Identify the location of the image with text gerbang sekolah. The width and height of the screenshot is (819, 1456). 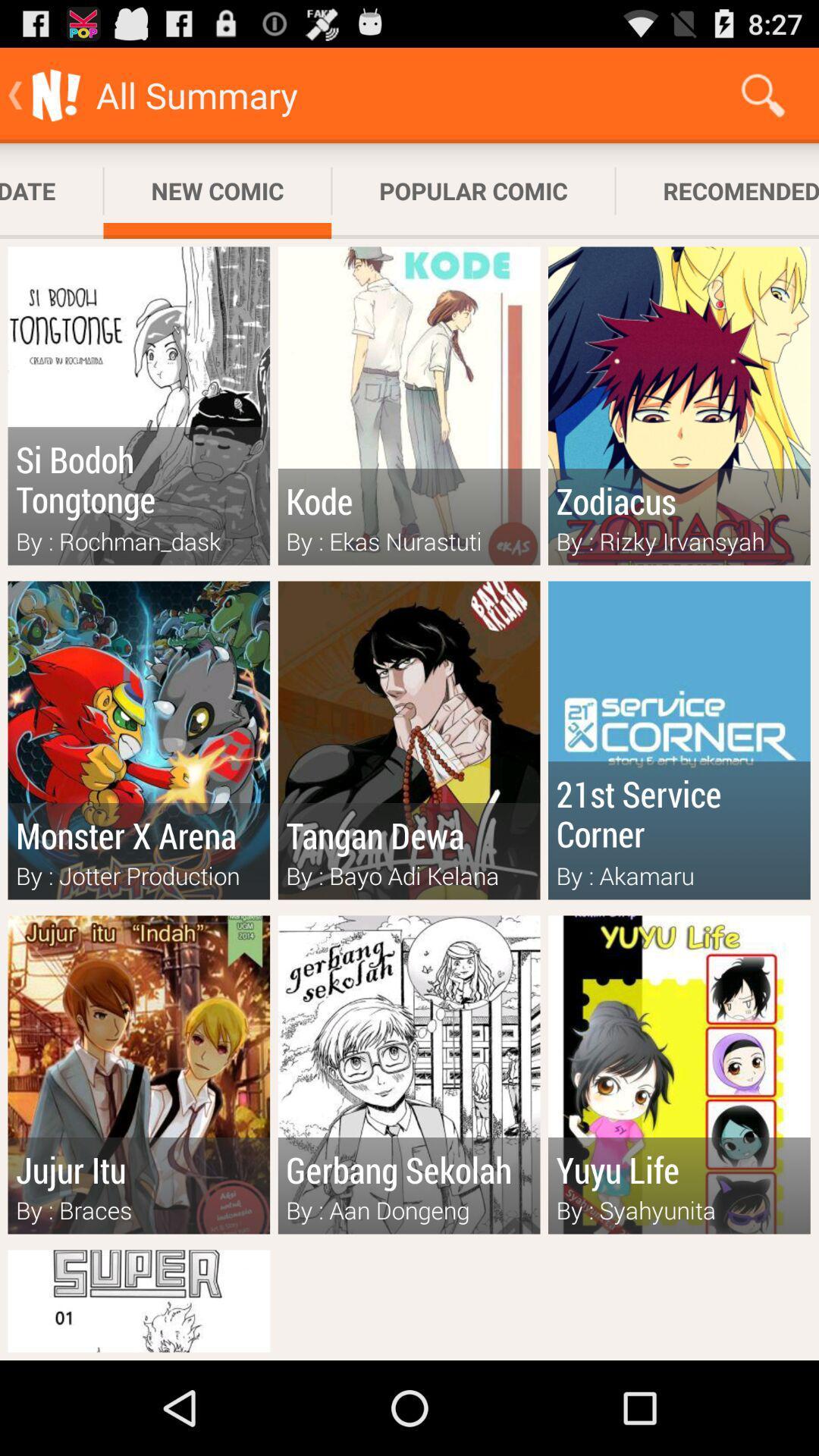
(409, 1074).